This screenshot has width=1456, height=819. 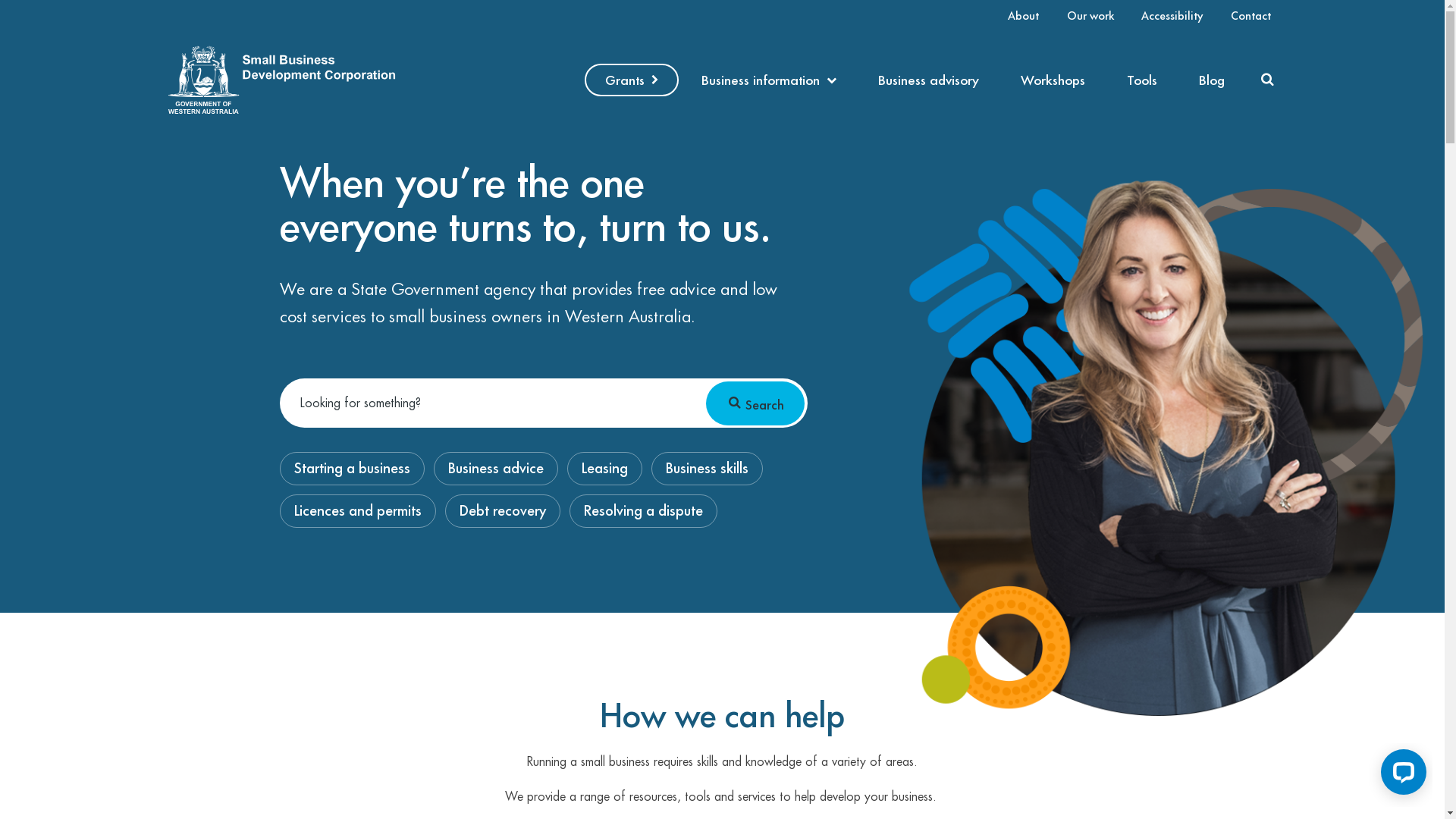 I want to click on 'Contact', so click(x=1223, y=16).